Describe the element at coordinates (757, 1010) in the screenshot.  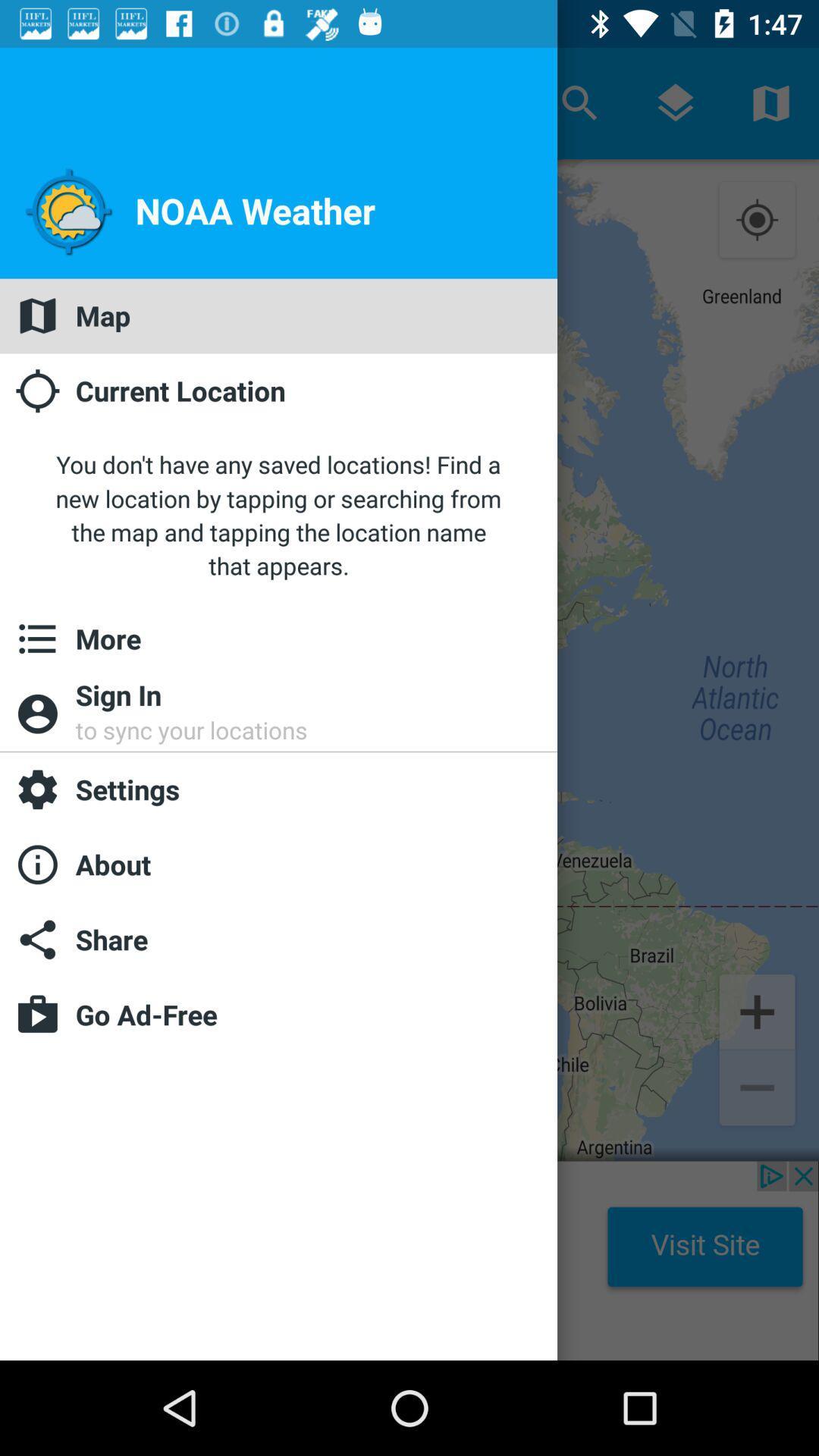
I see `the add icon` at that location.